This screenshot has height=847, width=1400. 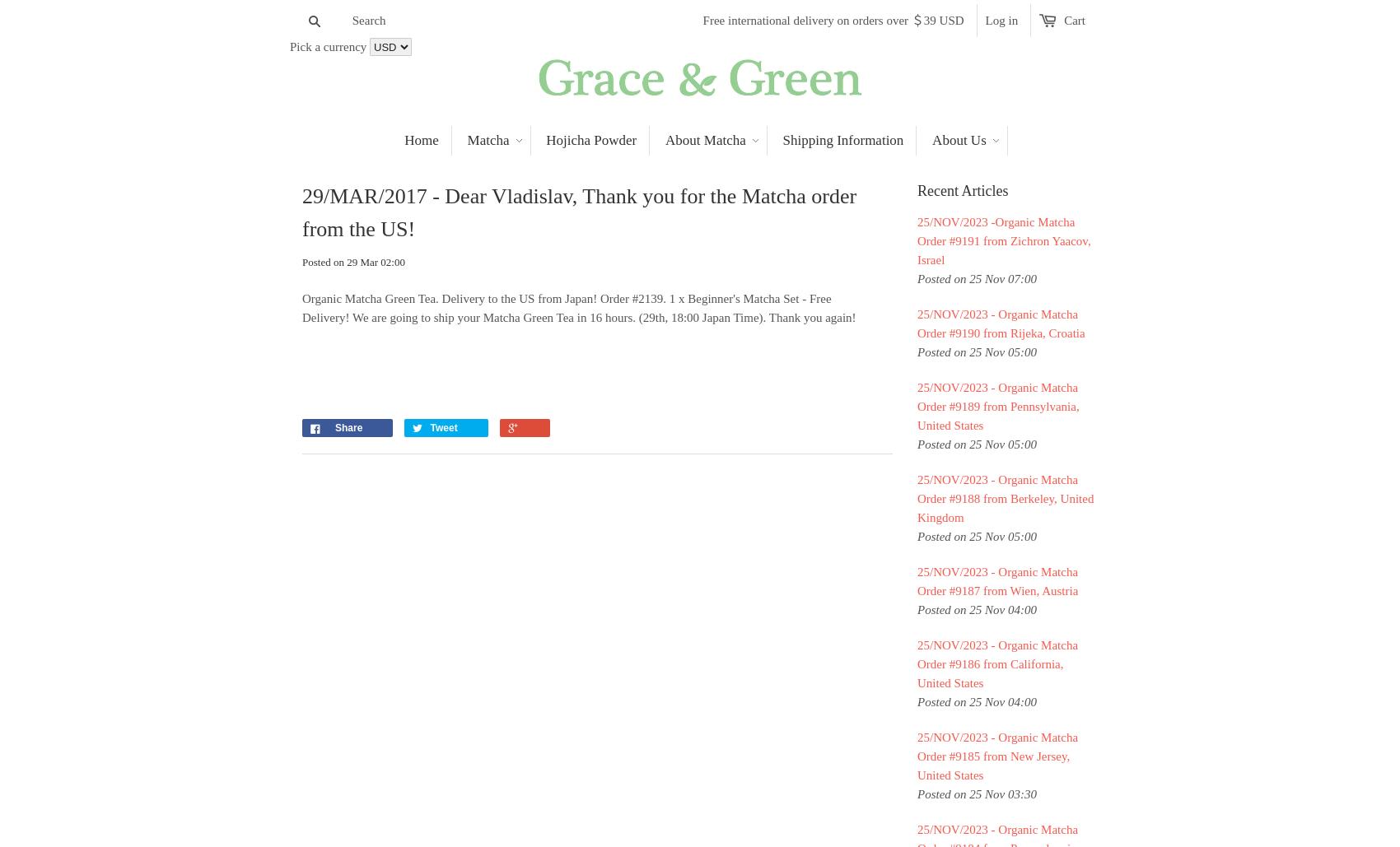 What do you see at coordinates (546, 140) in the screenshot?
I see `'Hojicha Powder'` at bounding box center [546, 140].